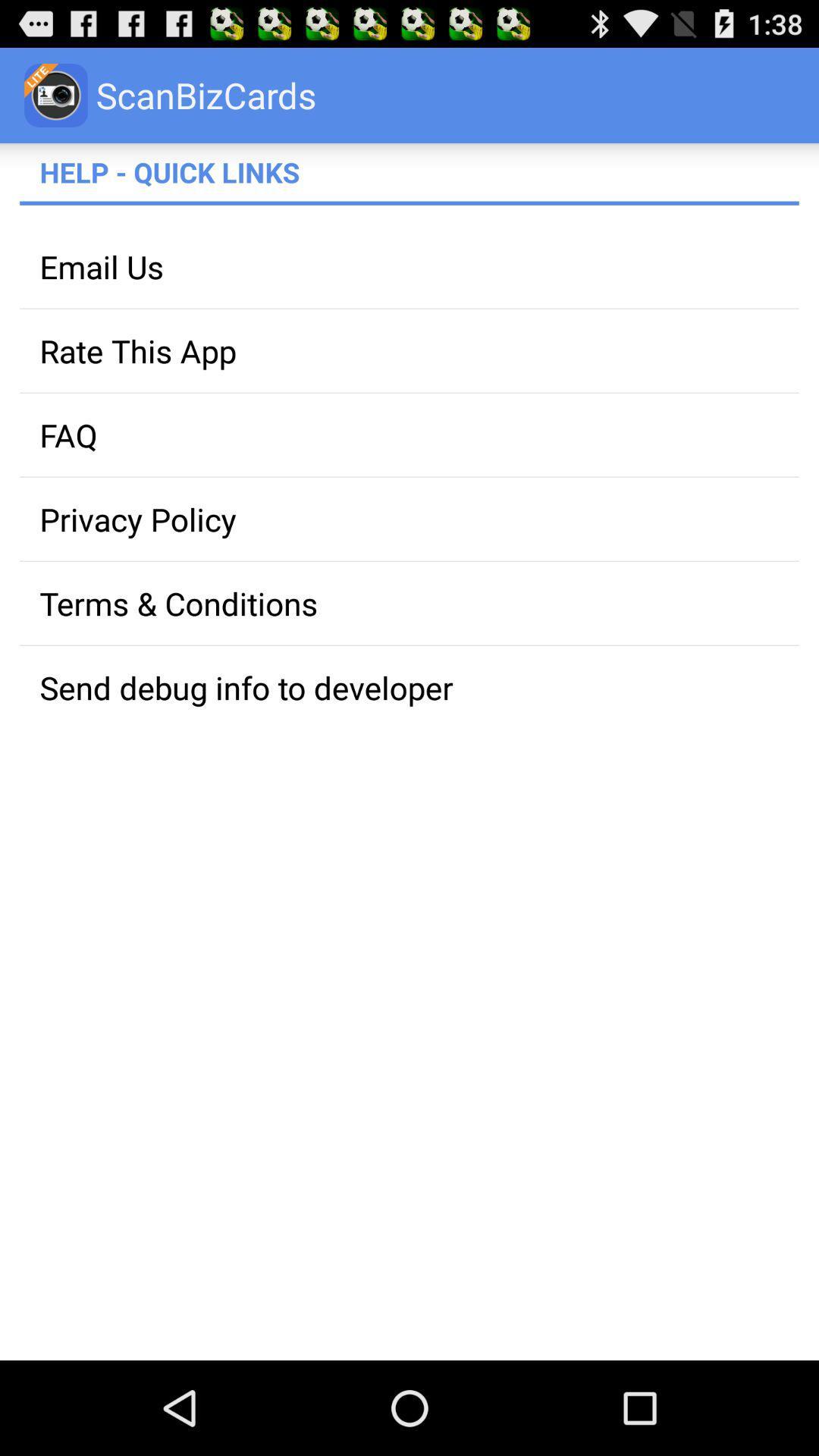  I want to click on the email us, so click(409, 266).